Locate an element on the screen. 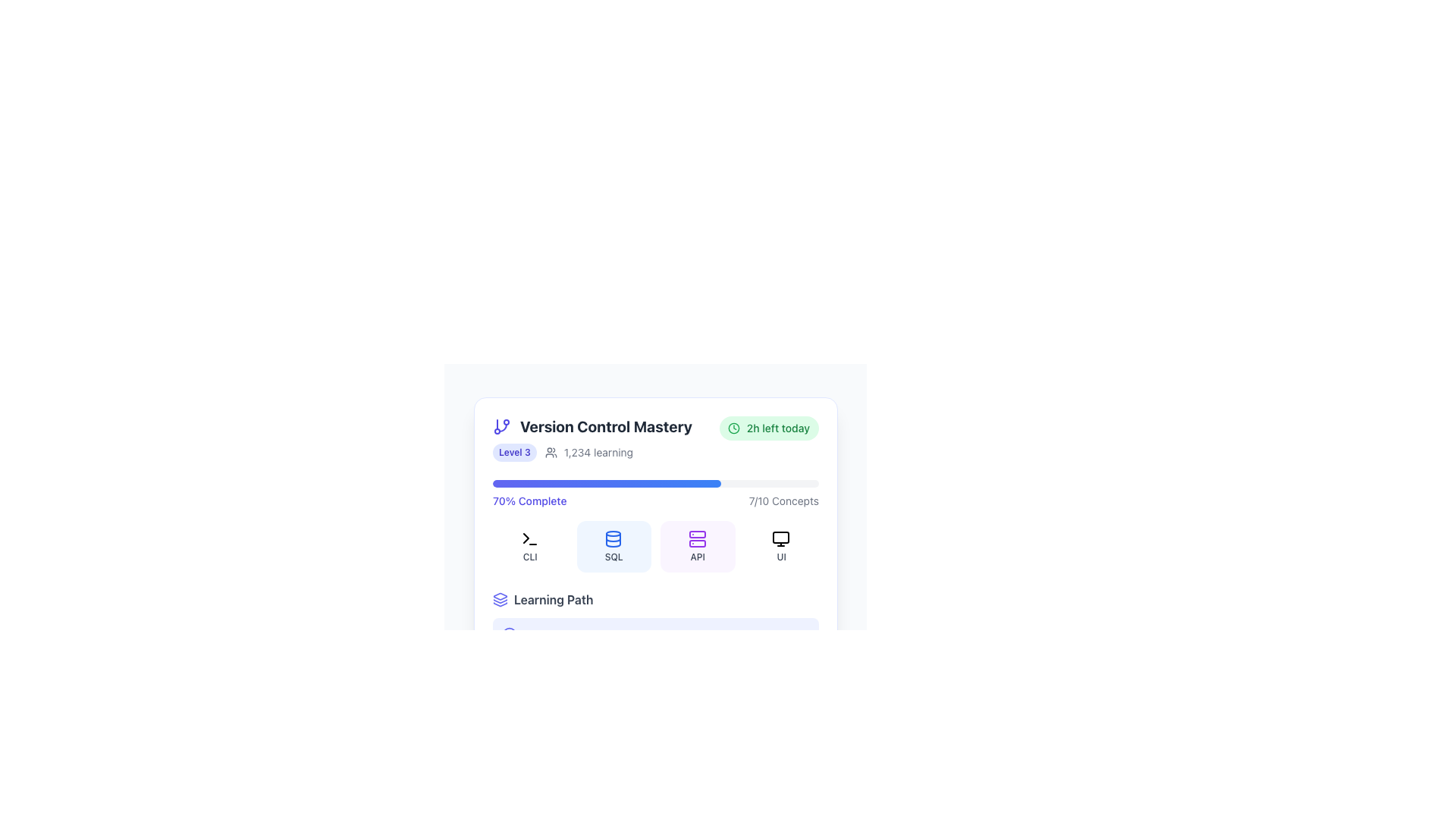  the informational label with the associated icon that provides the number of learners or participants for the course 'Version Control Mastery', located below the title and to the right of the 'Level 3' badge is located at coordinates (588, 452).